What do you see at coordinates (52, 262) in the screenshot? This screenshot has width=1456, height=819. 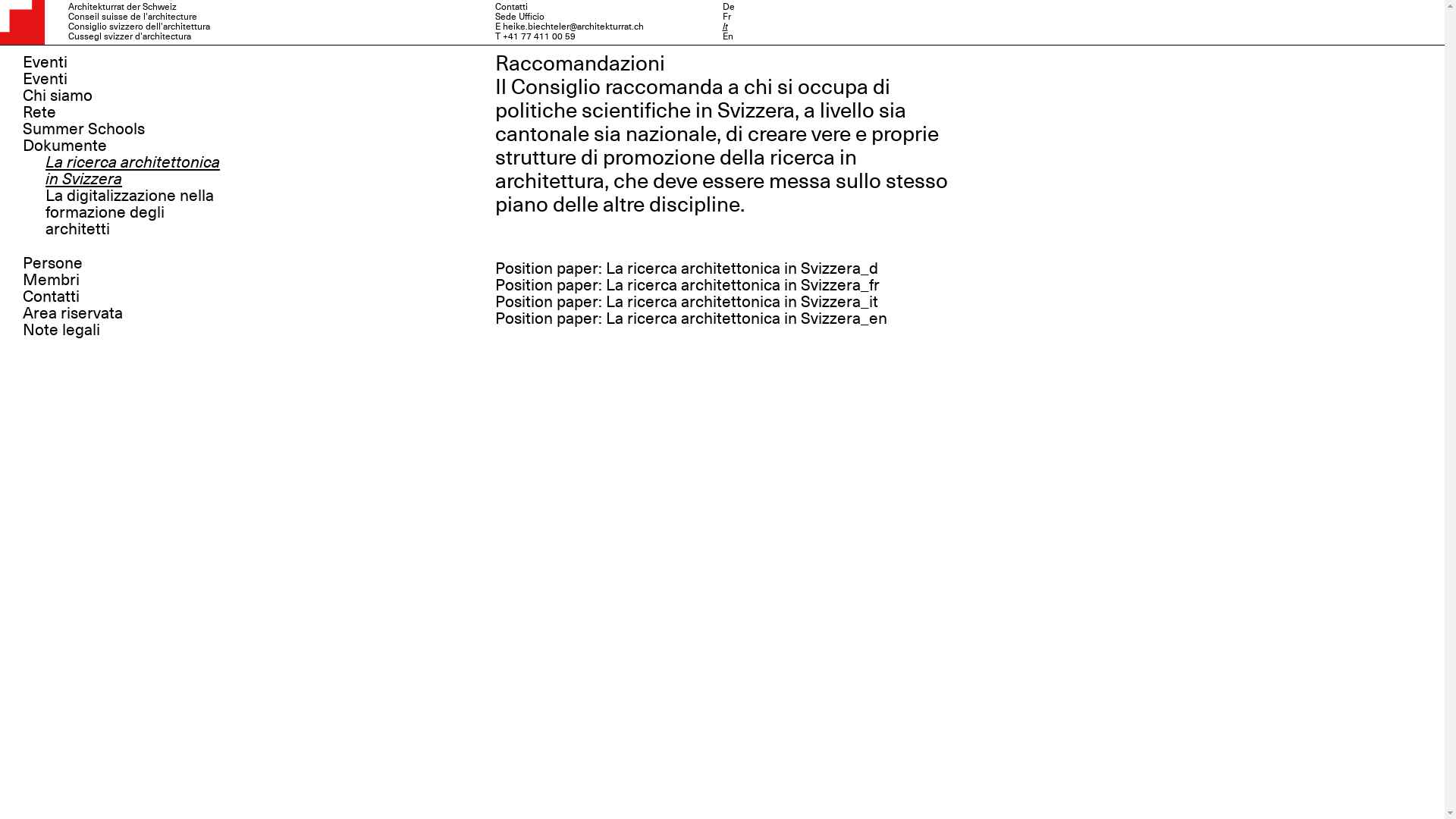 I see `'Persone'` at bounding box center [52, 262].